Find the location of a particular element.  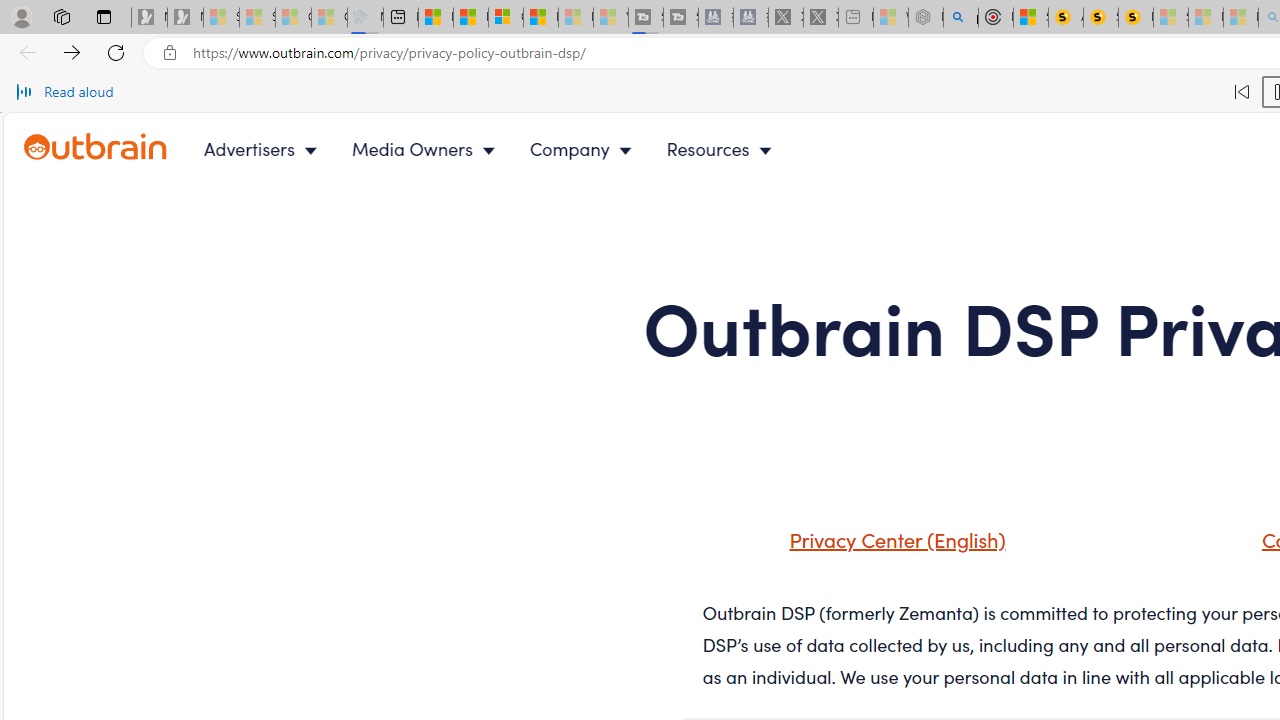

'Outbrain logo - link to homepage' is located at coordinates (118, 148).